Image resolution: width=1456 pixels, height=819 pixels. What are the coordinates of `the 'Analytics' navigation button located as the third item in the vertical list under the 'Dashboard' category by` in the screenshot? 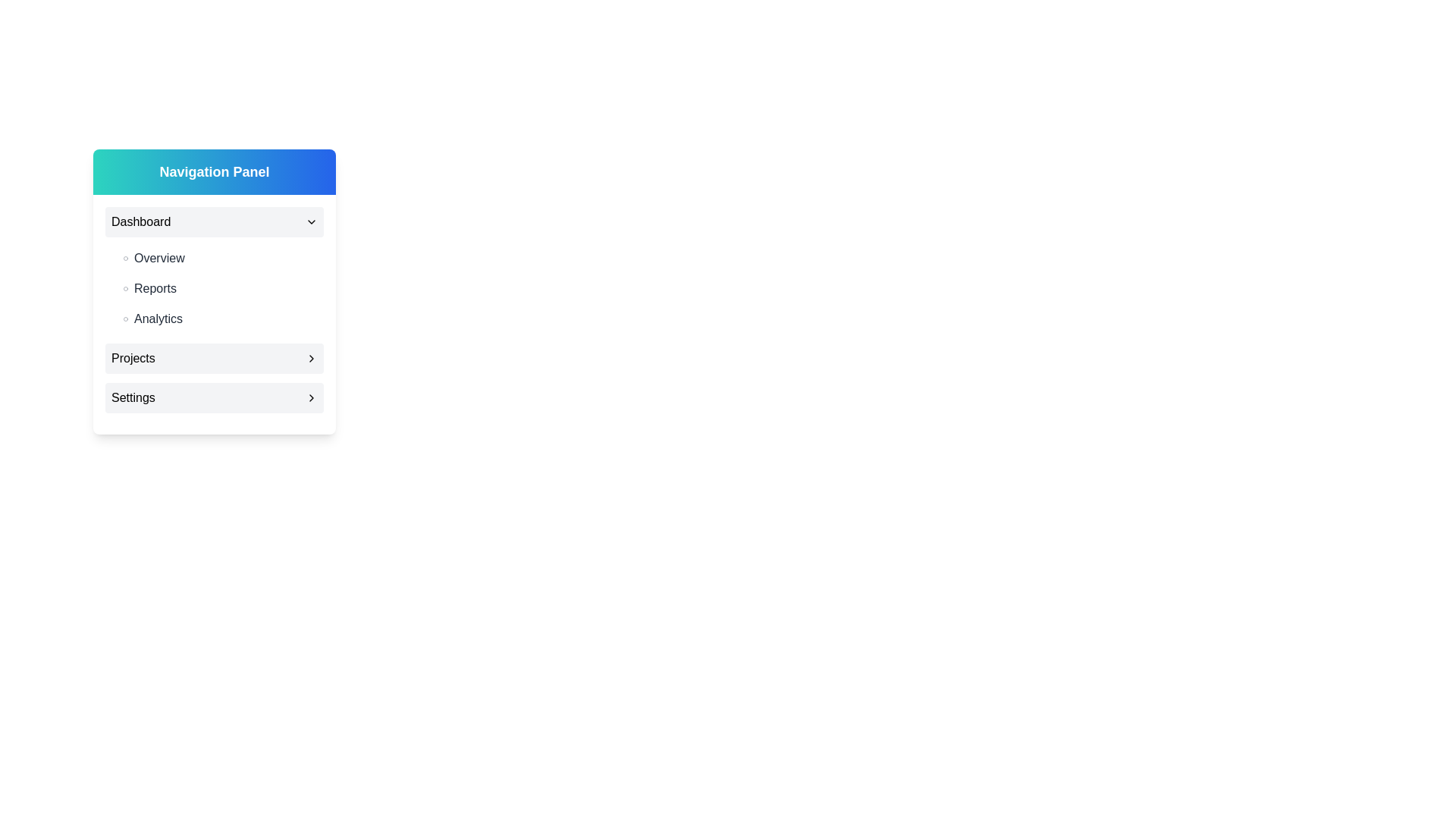 It's located at (220, 318).